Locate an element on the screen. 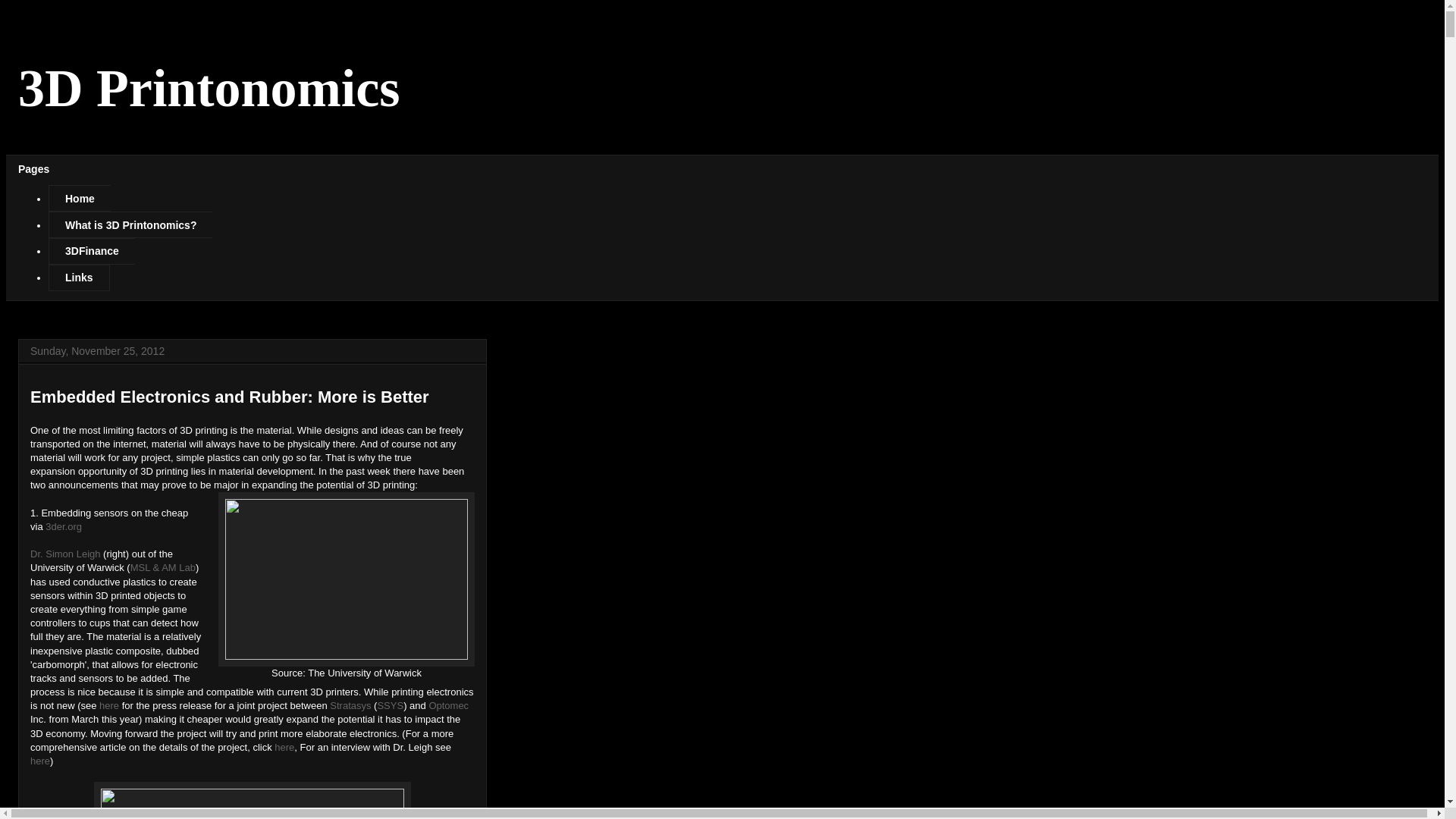 The width and height of the screenshot is (1456, 819). 'Home' is located at coordinates (79, 197).